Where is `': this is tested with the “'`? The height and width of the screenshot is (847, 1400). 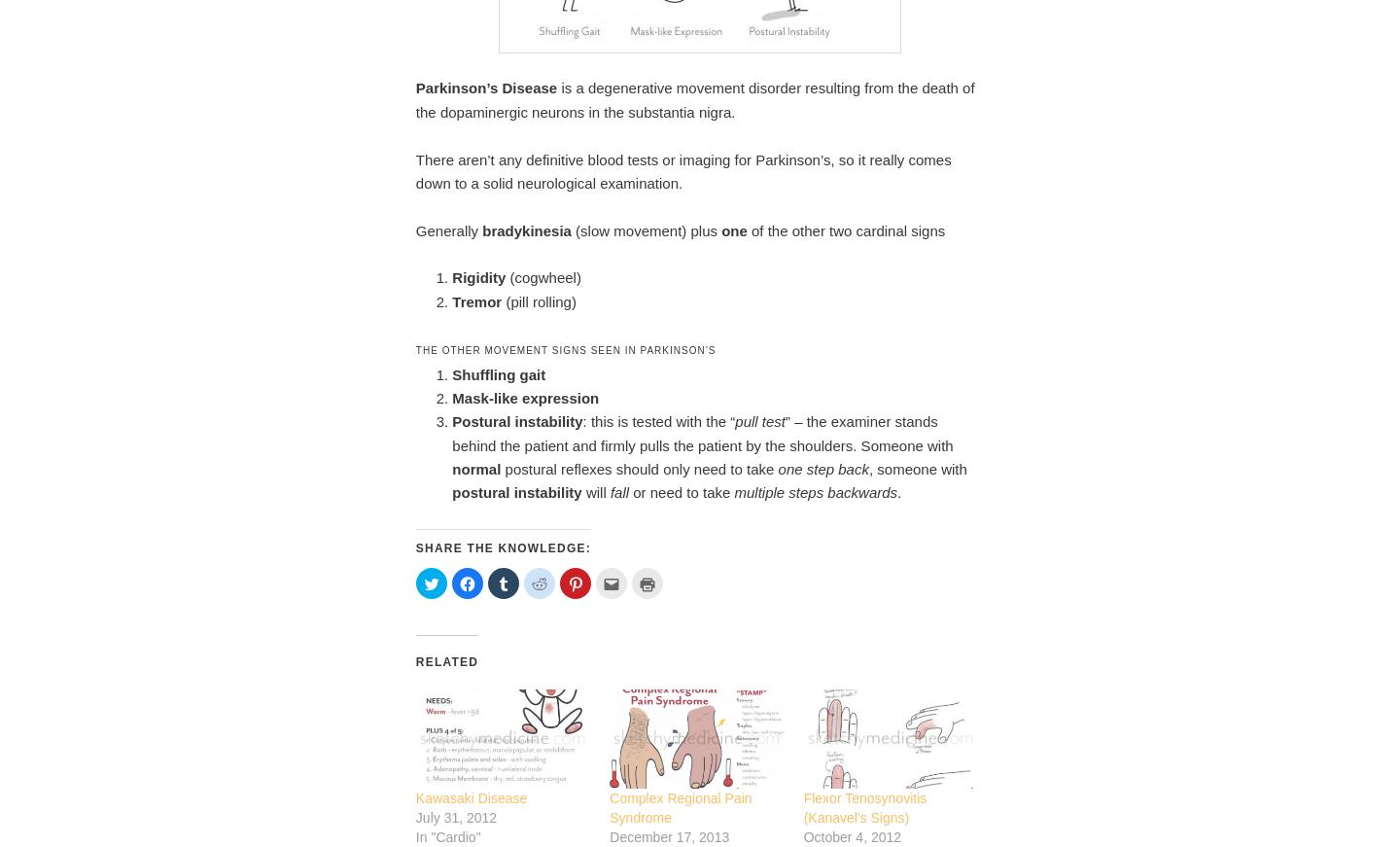
': this is tested with the “' is located at coordinates (658, 420).